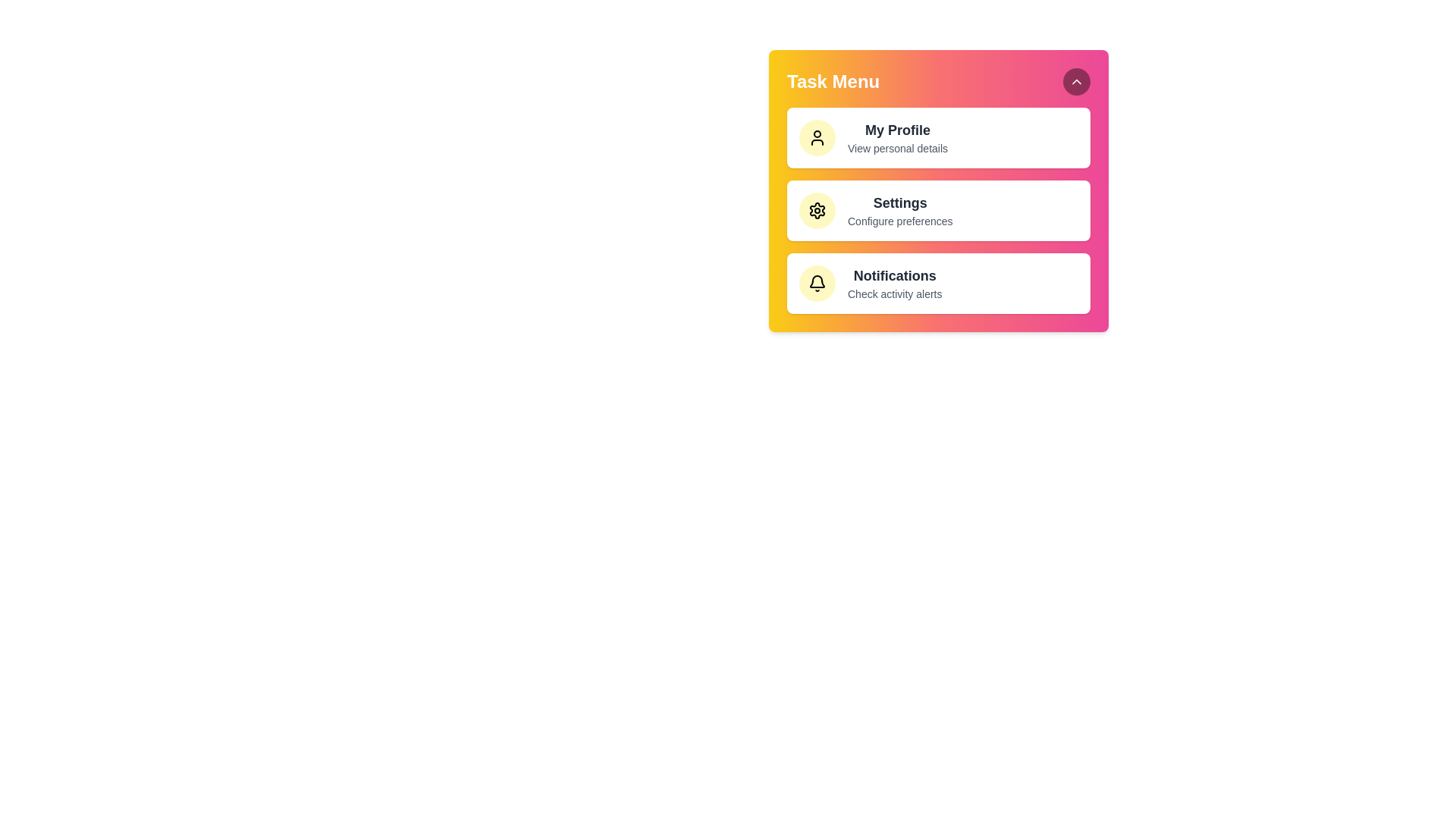 This screenshot has height=819, width=1456. Describe the element at coordinates (938, 284) in the screenshot. I see `the menu item Notifications from the Task Menu` at that location.